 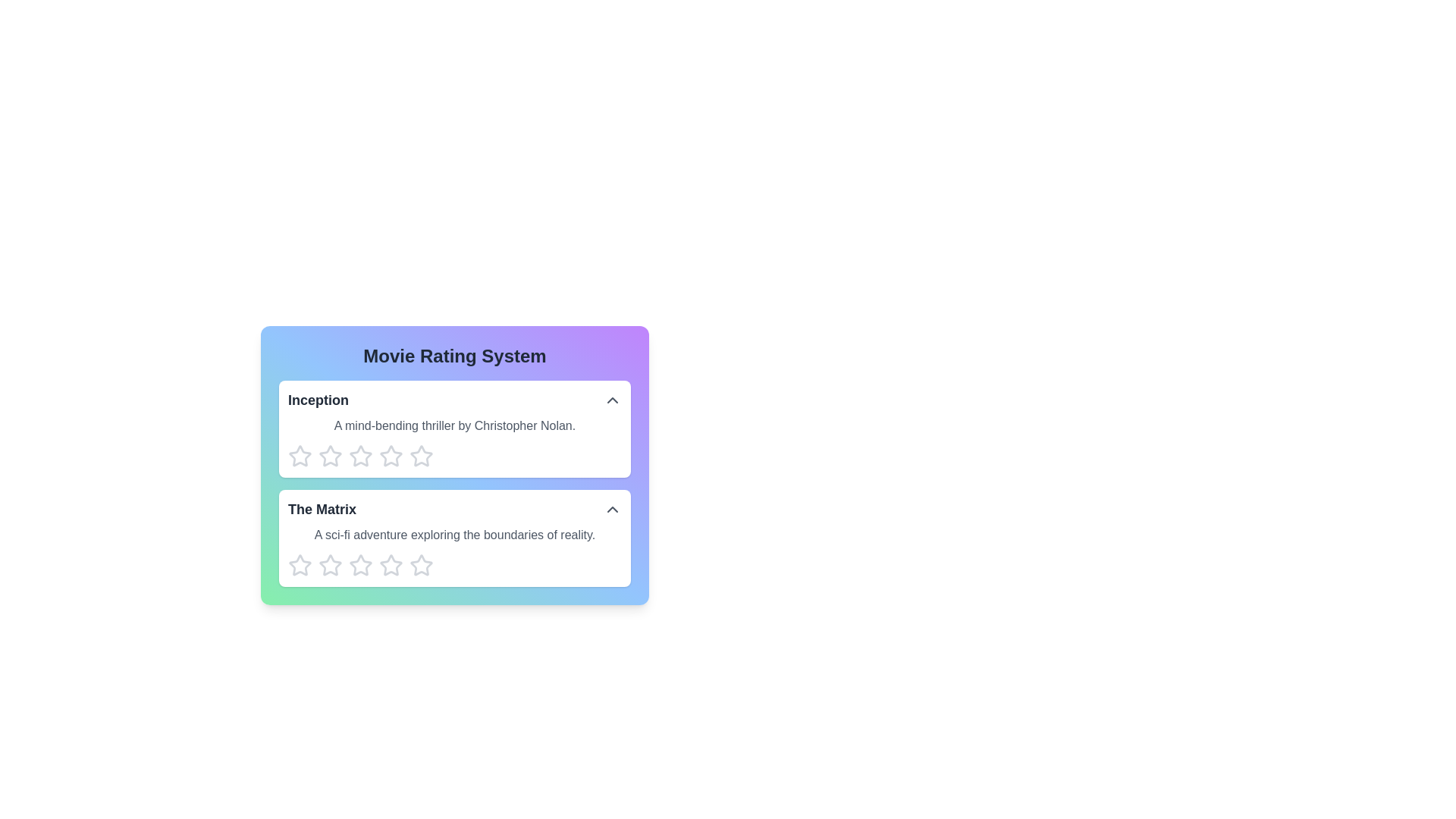 I want to click on the third star from the left in the first row of the star rating section for the movie 'Inception', so click(x=330, y=455).